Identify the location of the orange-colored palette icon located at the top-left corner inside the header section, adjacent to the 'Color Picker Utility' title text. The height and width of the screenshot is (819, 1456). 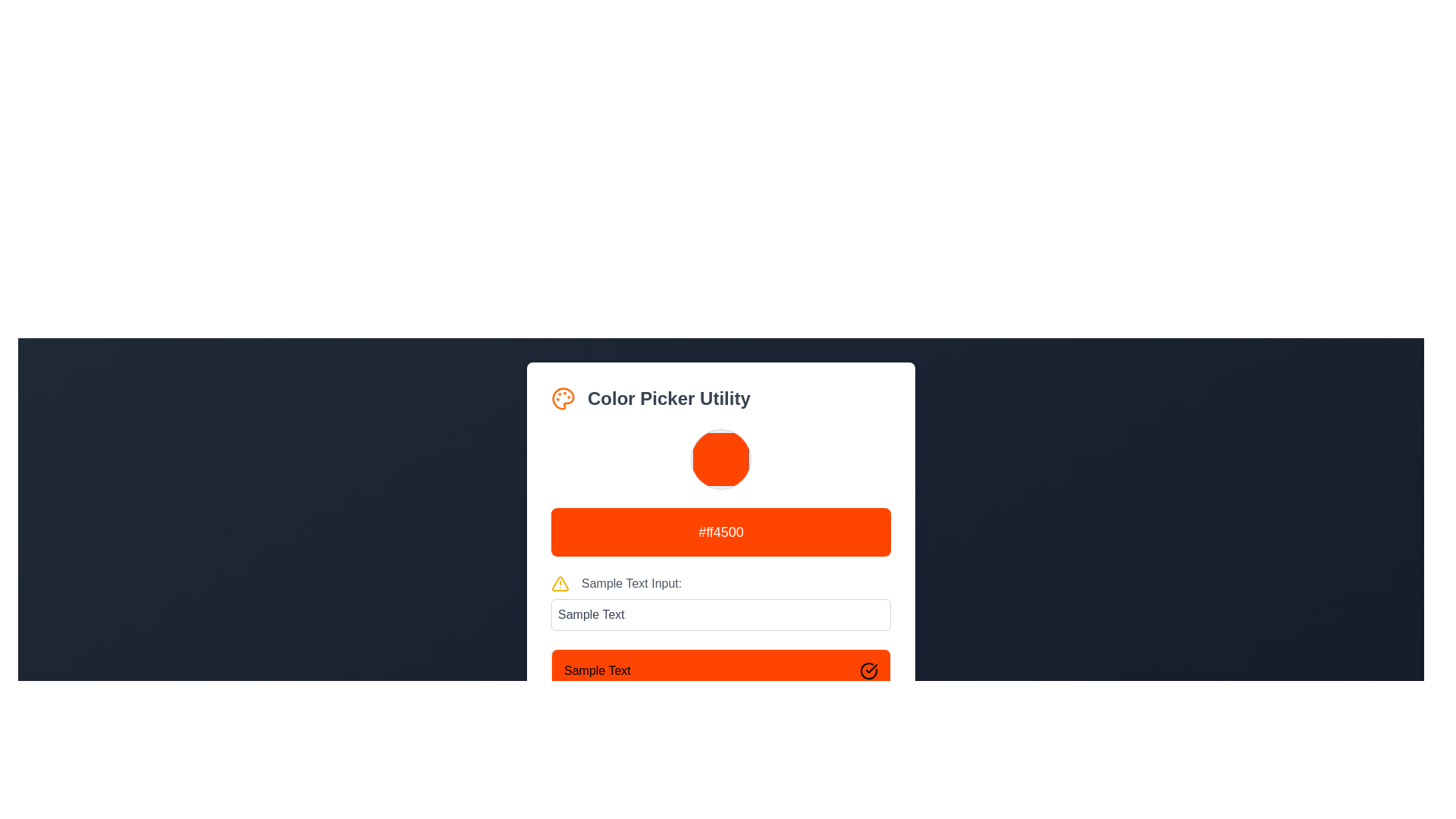
(563, 397).